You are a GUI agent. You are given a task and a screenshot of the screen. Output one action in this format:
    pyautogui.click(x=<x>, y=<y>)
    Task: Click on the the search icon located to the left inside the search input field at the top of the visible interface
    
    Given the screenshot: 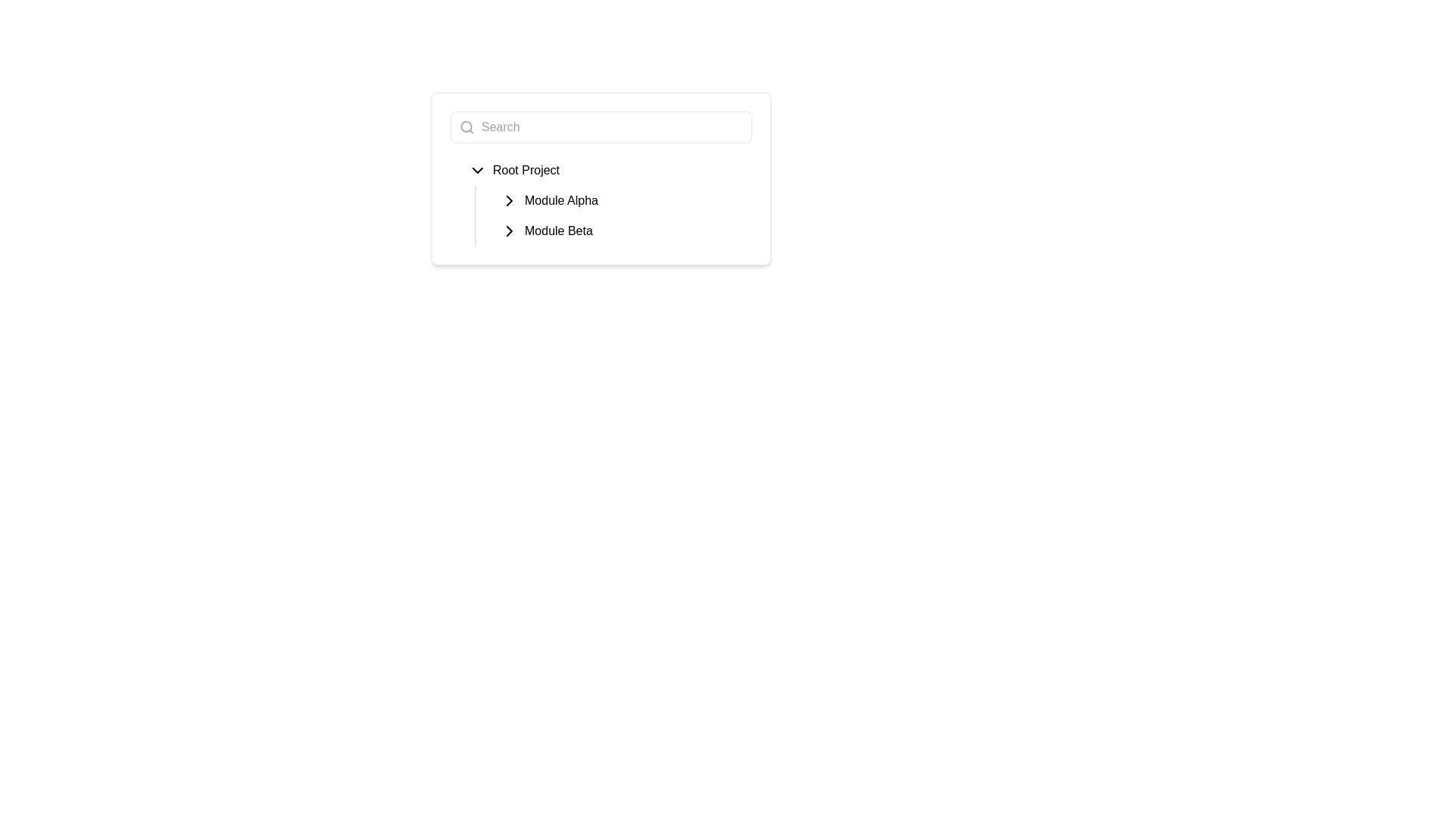 What is the action you would take?
    pyautogui.click(x=466, y=127)
    